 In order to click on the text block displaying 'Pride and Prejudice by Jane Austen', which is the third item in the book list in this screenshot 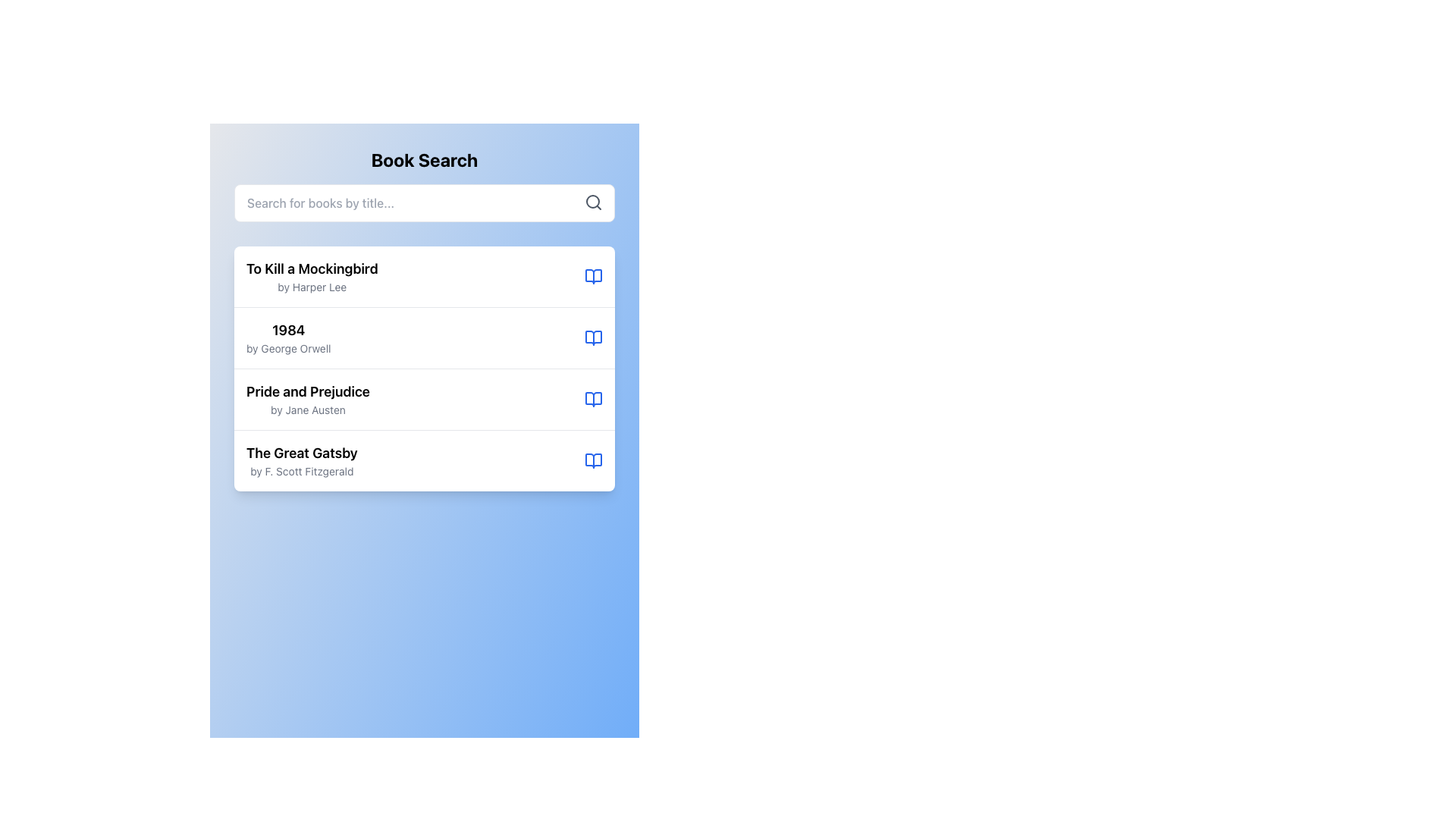, I will do `click(307, 399)`.